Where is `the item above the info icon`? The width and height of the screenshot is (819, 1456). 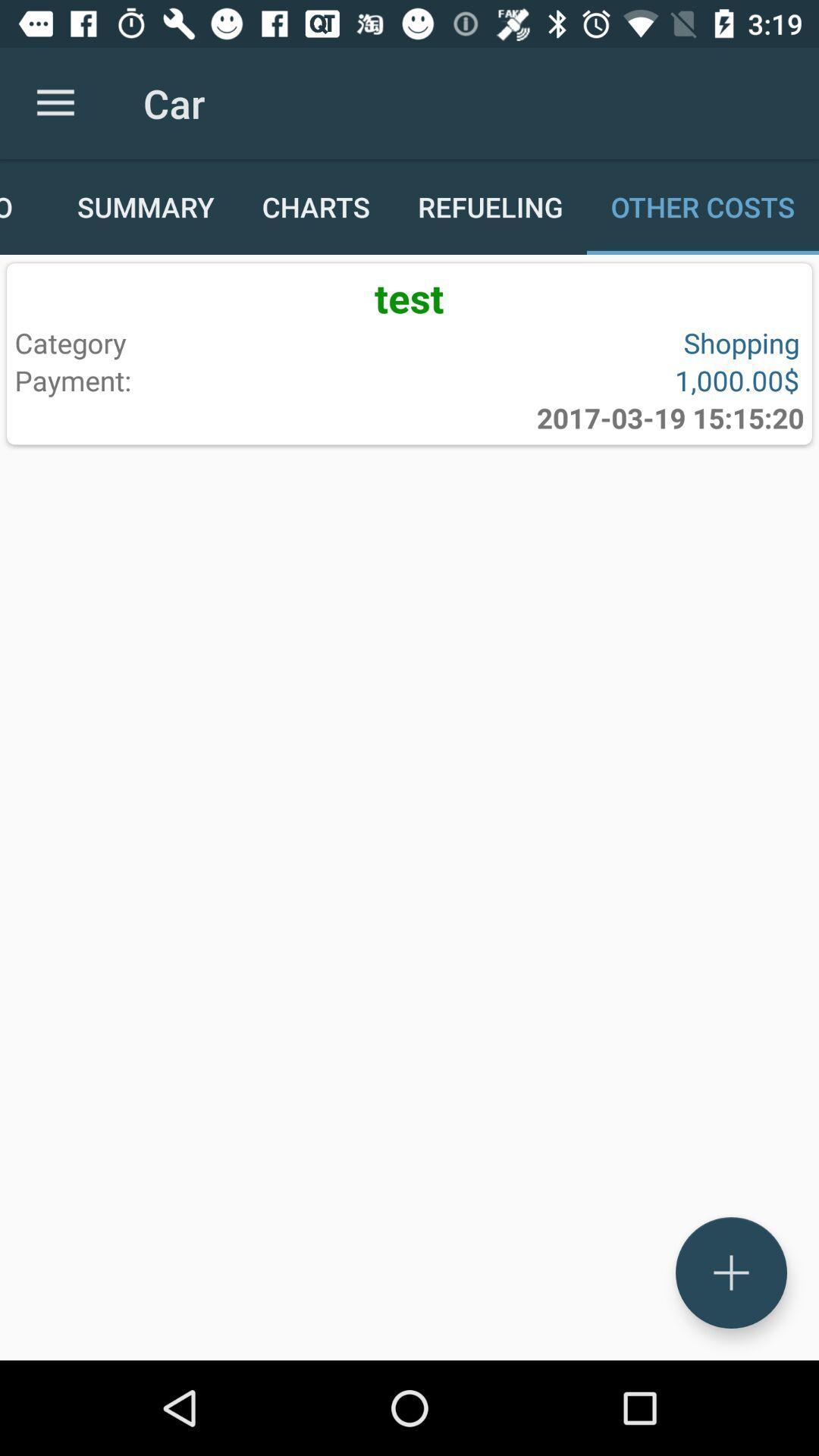
the item above the info icon is located at coordinates (55, 102).